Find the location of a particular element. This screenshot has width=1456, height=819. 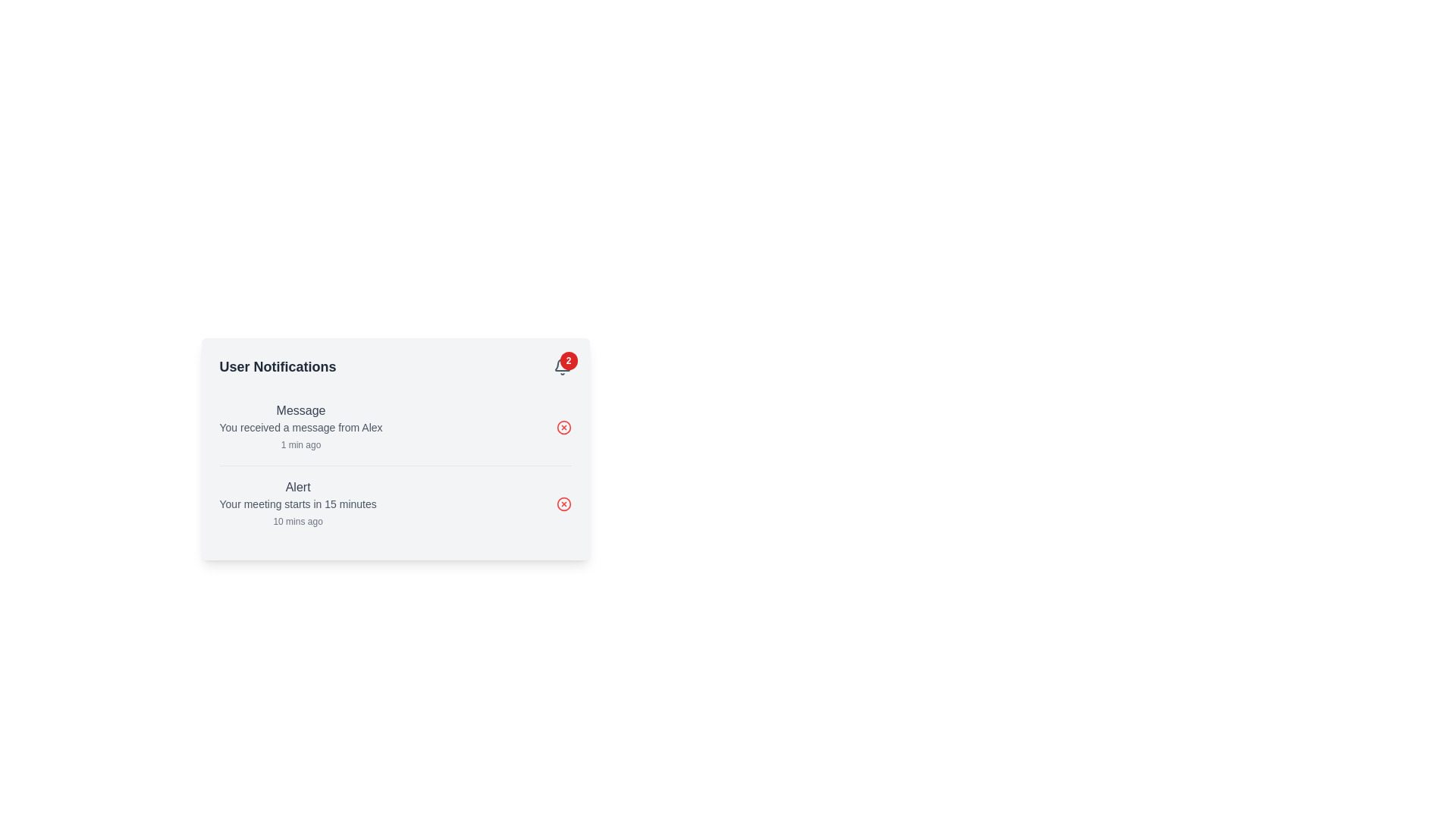

the Notification card that informs the user about a recent message notification, which is the topmost card in the vertical list of notifications below the 'User Notifications' header is located at coordinates (301, 427).